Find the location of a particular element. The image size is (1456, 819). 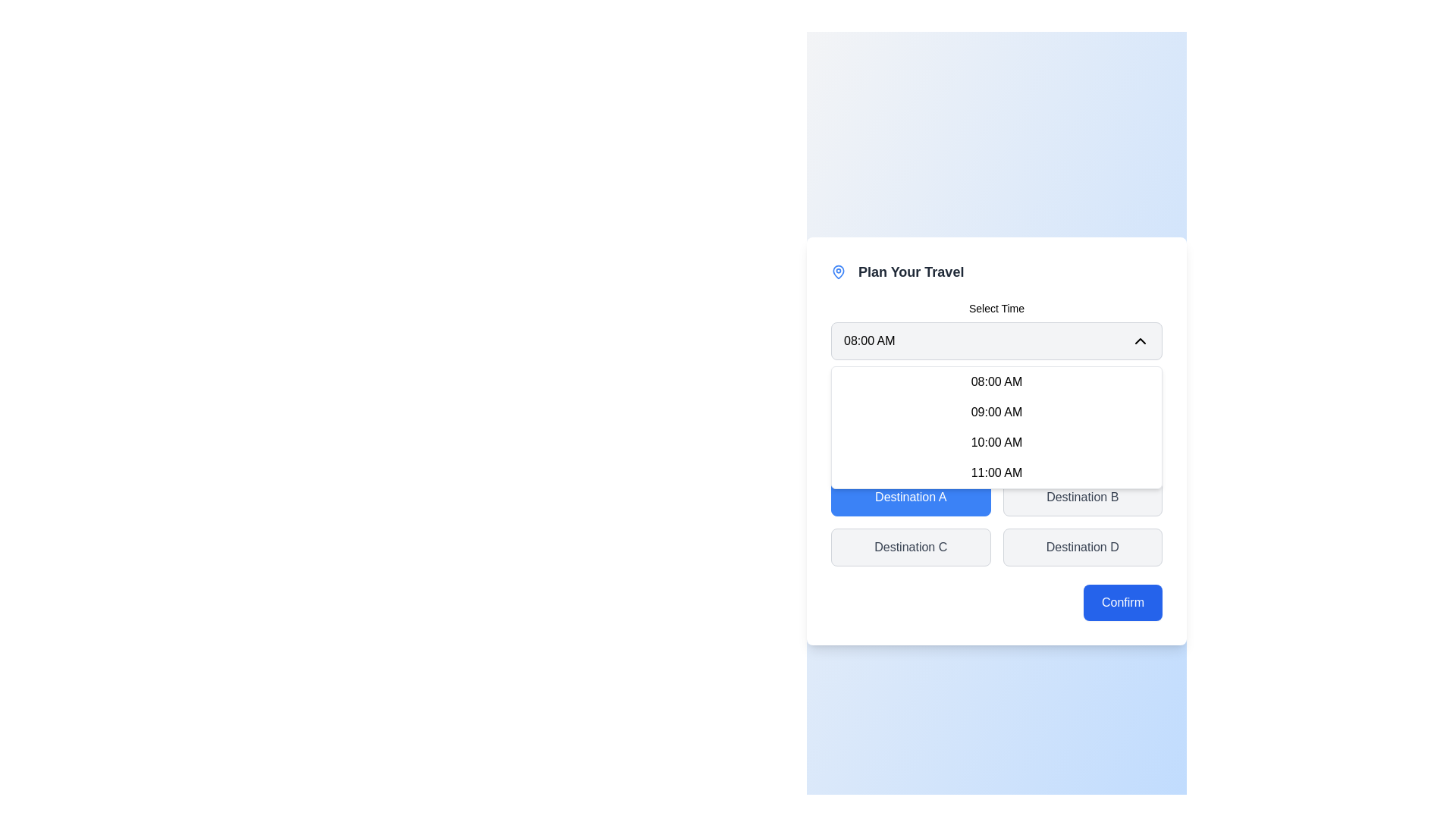

to select the option displaying '11:00 AM', which is the fourth item in a vertically stacked list of time options is located at coordinates (996, 472).